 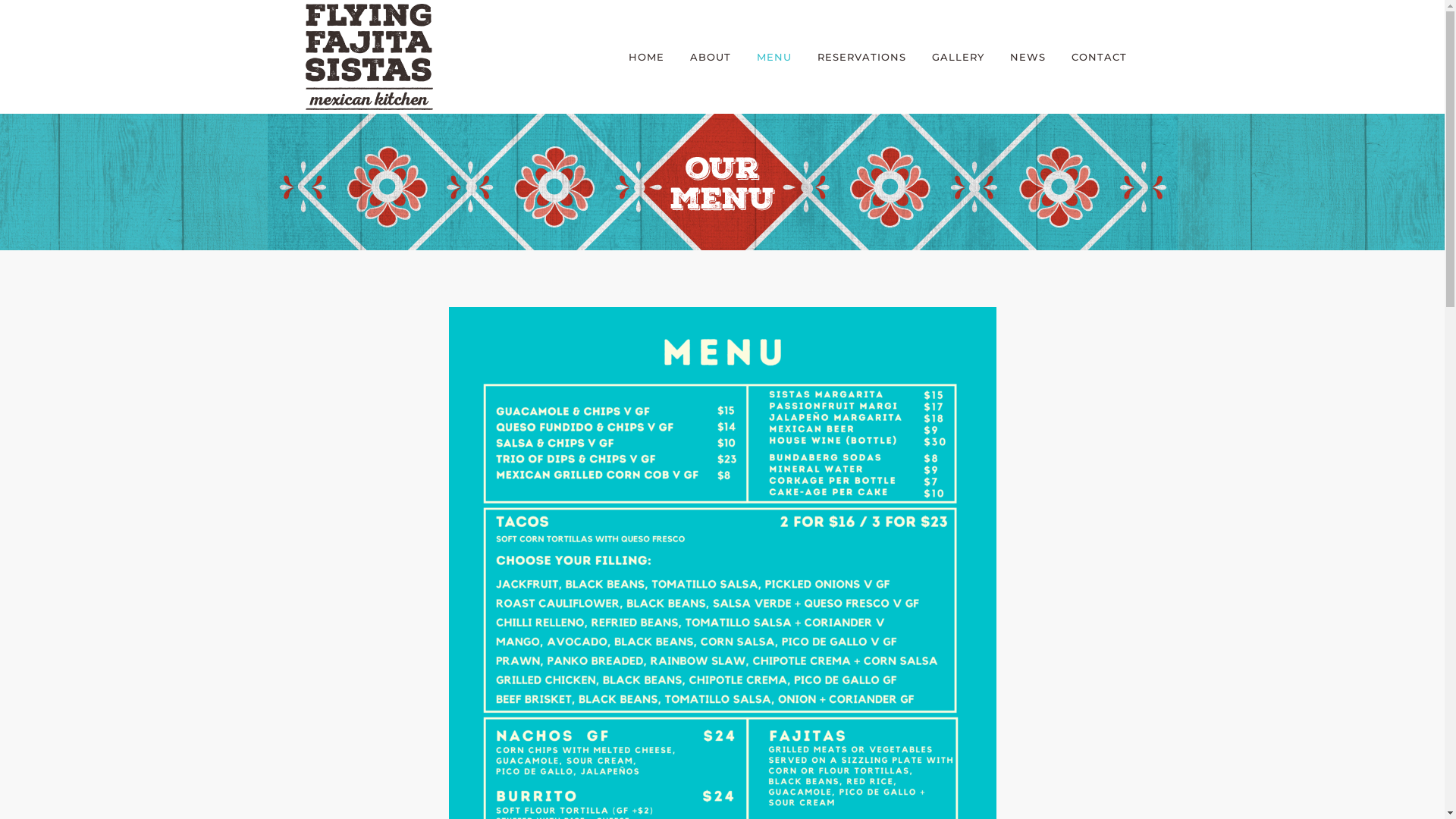 I want to click on 'GALLERY', so click(x=918, y=55).